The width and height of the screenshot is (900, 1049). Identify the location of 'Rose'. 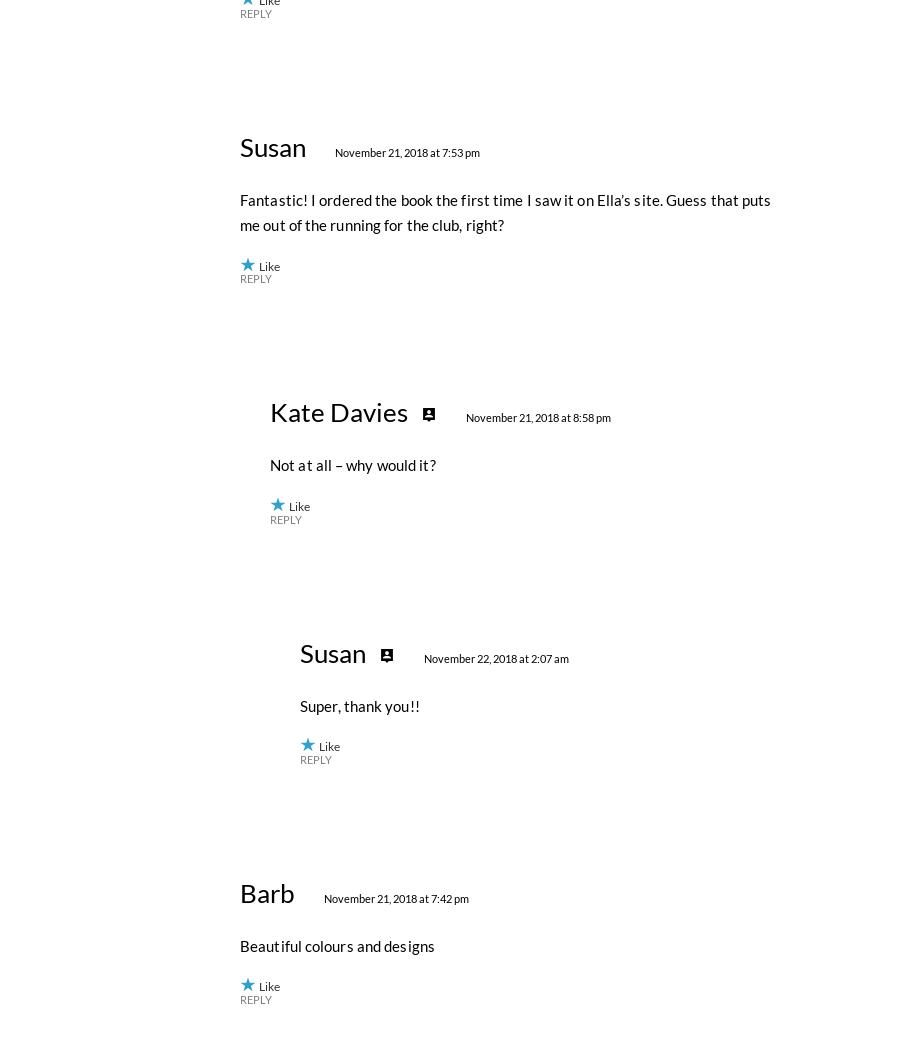
(267, 320).